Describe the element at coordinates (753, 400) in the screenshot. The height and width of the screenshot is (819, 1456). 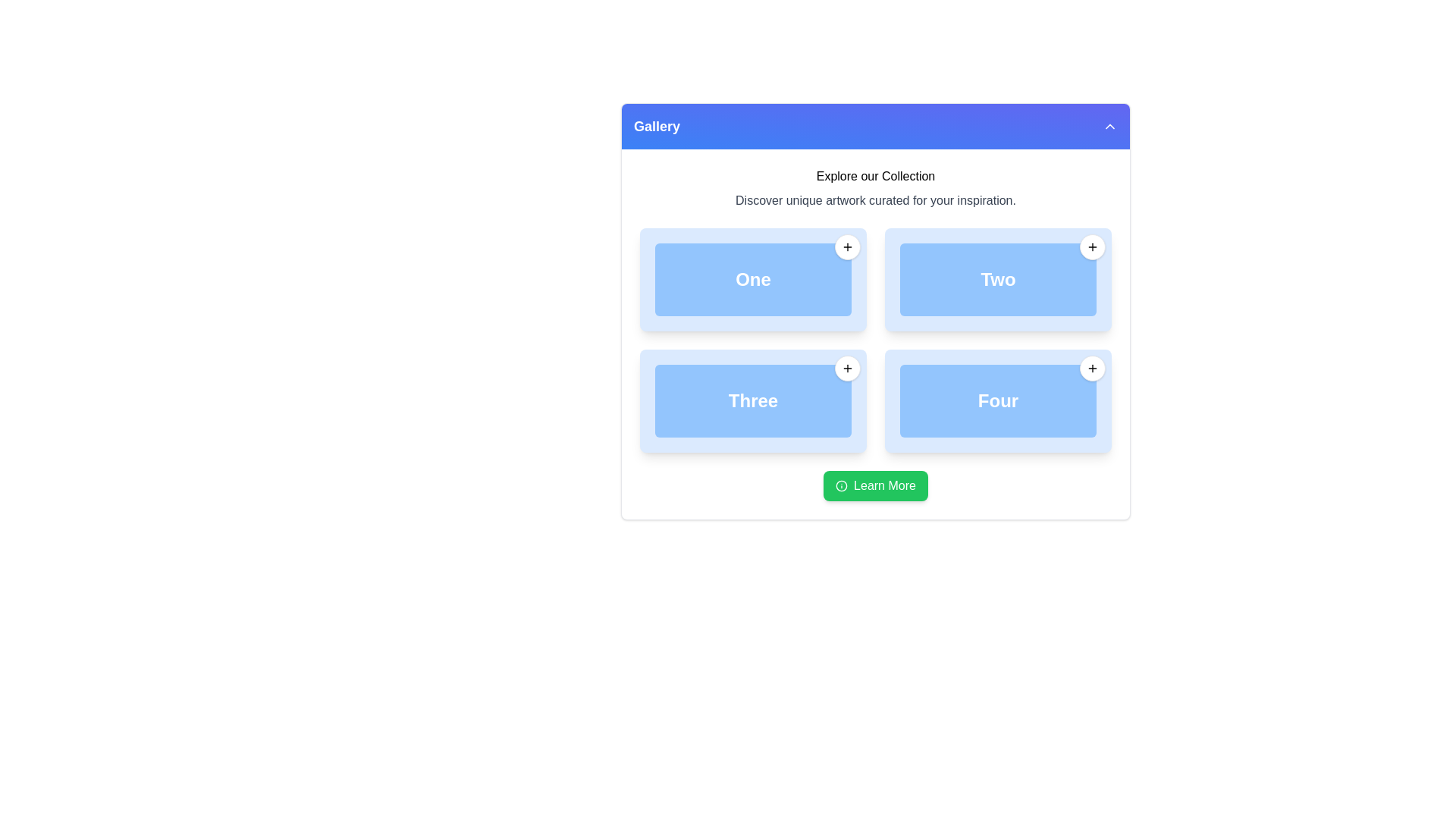
I see `the static label displaying 'Three' located in the bottom-left quadrant of a grid layout, specifically in the first column of the second row` at that location.